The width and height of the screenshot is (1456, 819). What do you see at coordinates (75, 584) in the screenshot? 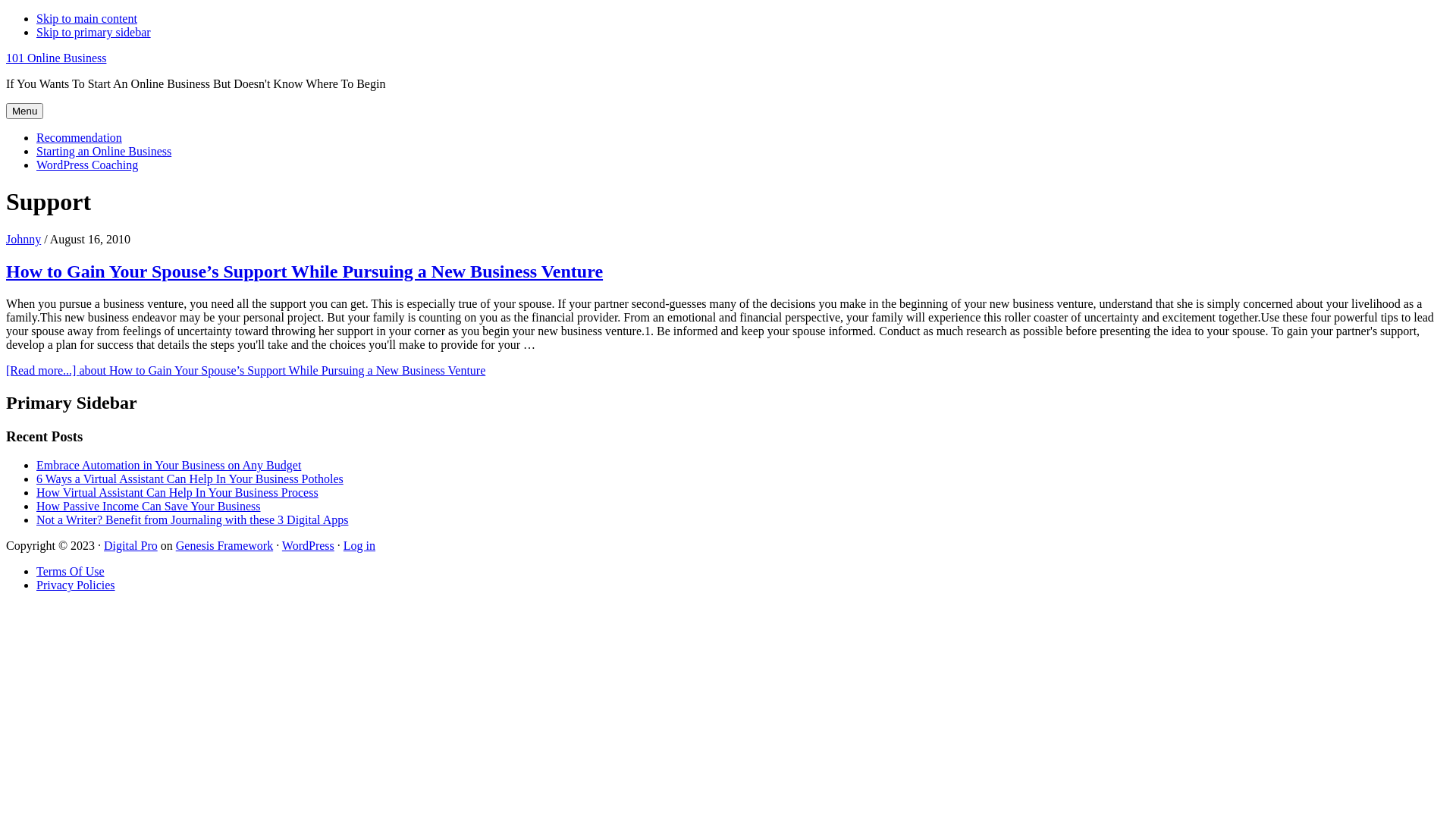
I see `'Privacy Policies'` at bounding box center [75, 584].